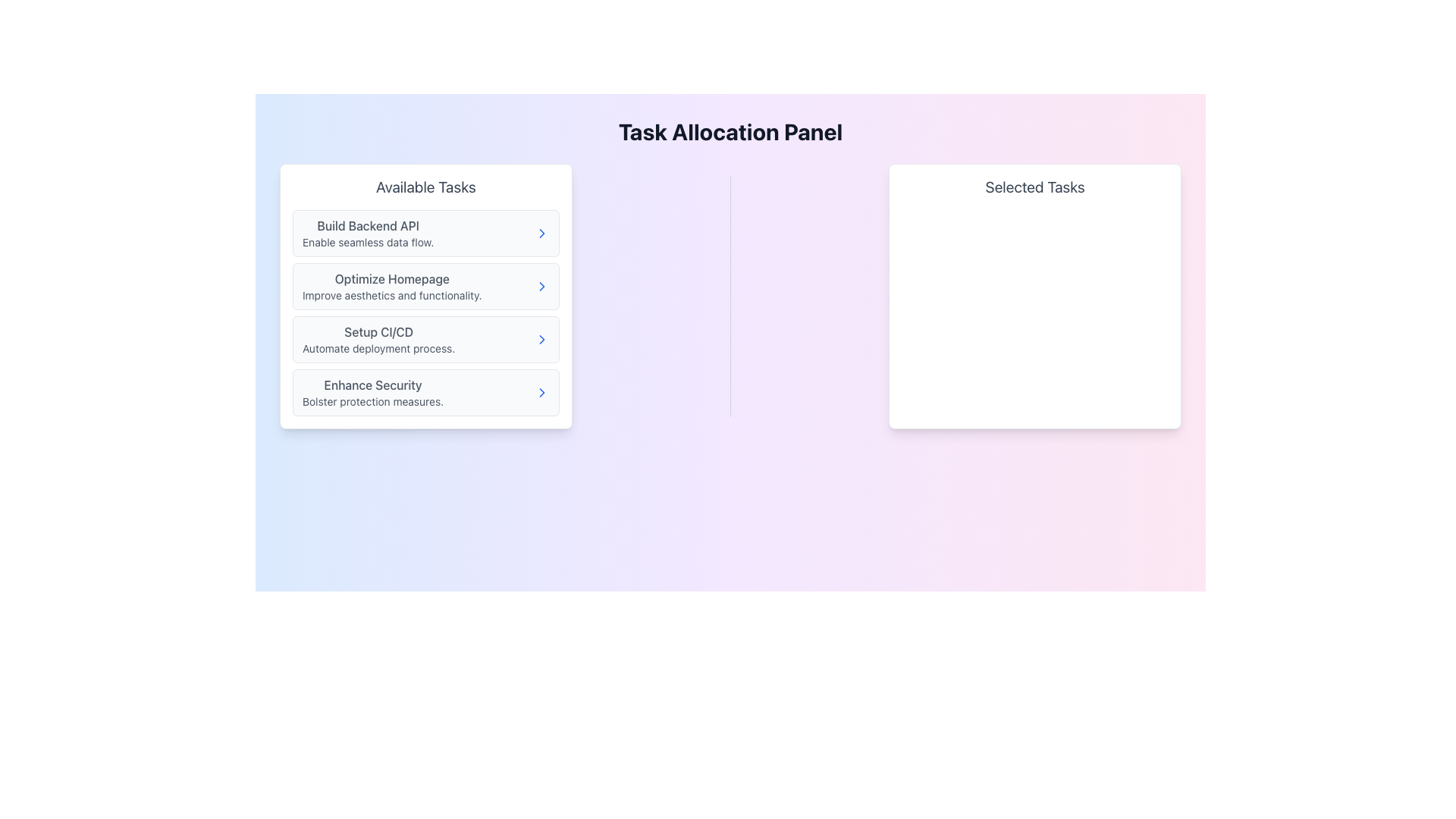 Image resolution: width=1456 pixels, height=819 pixels. What do you see at coordinates (541, 338) in the screenshot?
I see `the chevron icon located on the far right of the list item labeled 'Setup CI/CD' in the 'Available Tasks' section` at bounding box center [541, 338].